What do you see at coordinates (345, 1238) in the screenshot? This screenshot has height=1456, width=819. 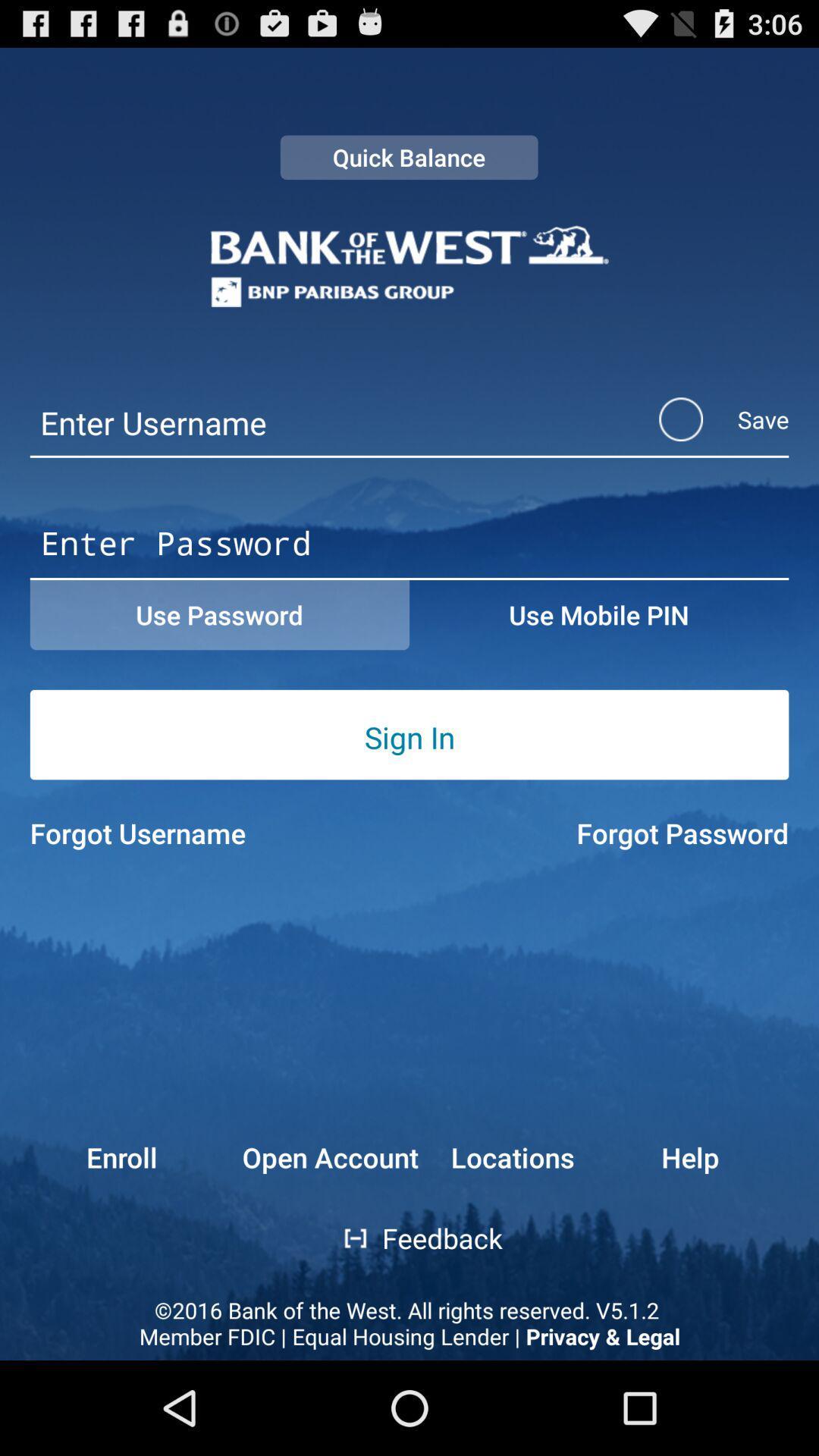 I see `the item above 2016 bank of app` at bounding box center [345, 1238].